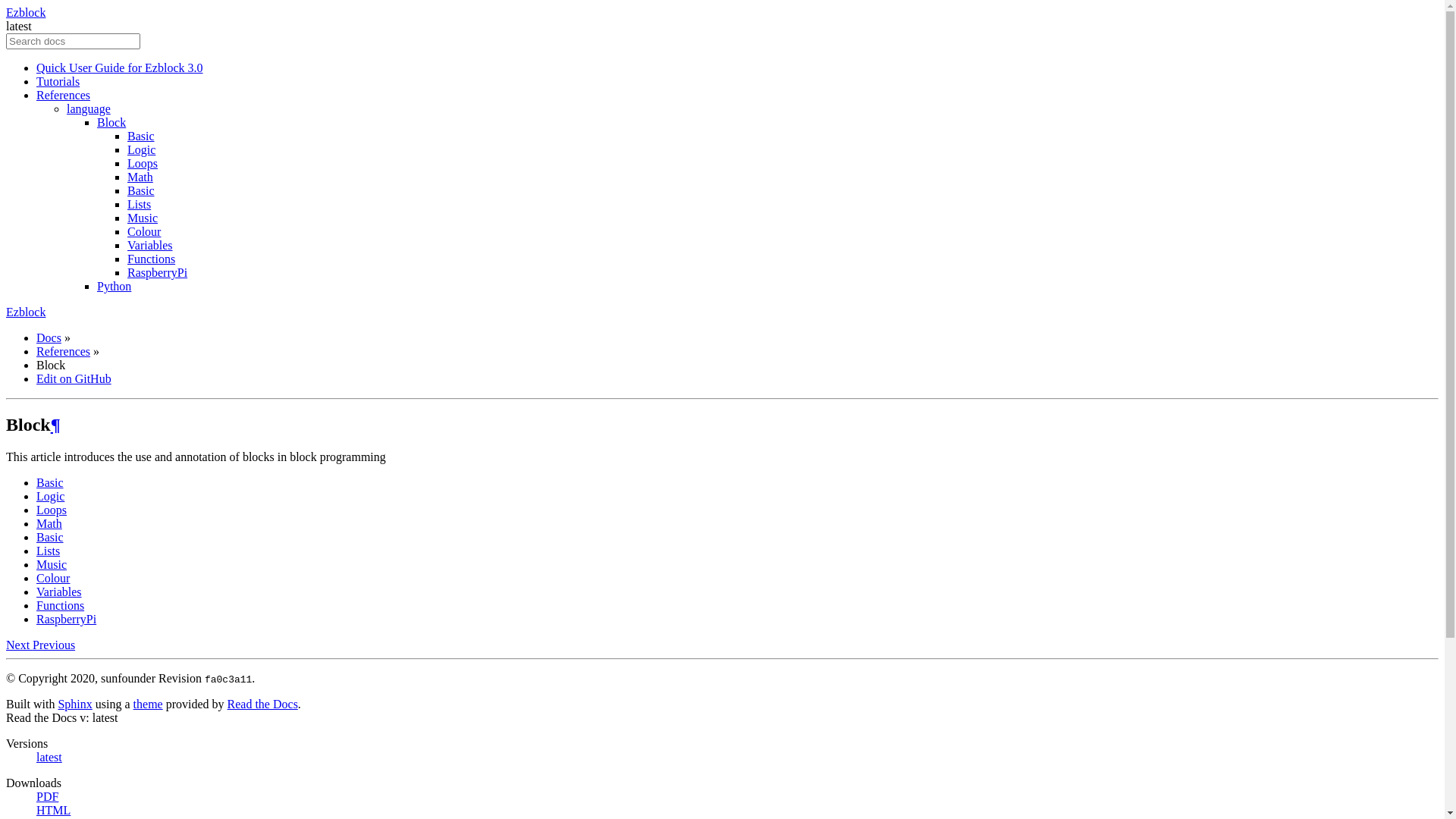 Image resolution: width=1456 pixels, height=819 pixels. What do you see at coordinates (25, 311) in the screenshot?
I see `'Ezblock'` at bounding box center [25, 311].